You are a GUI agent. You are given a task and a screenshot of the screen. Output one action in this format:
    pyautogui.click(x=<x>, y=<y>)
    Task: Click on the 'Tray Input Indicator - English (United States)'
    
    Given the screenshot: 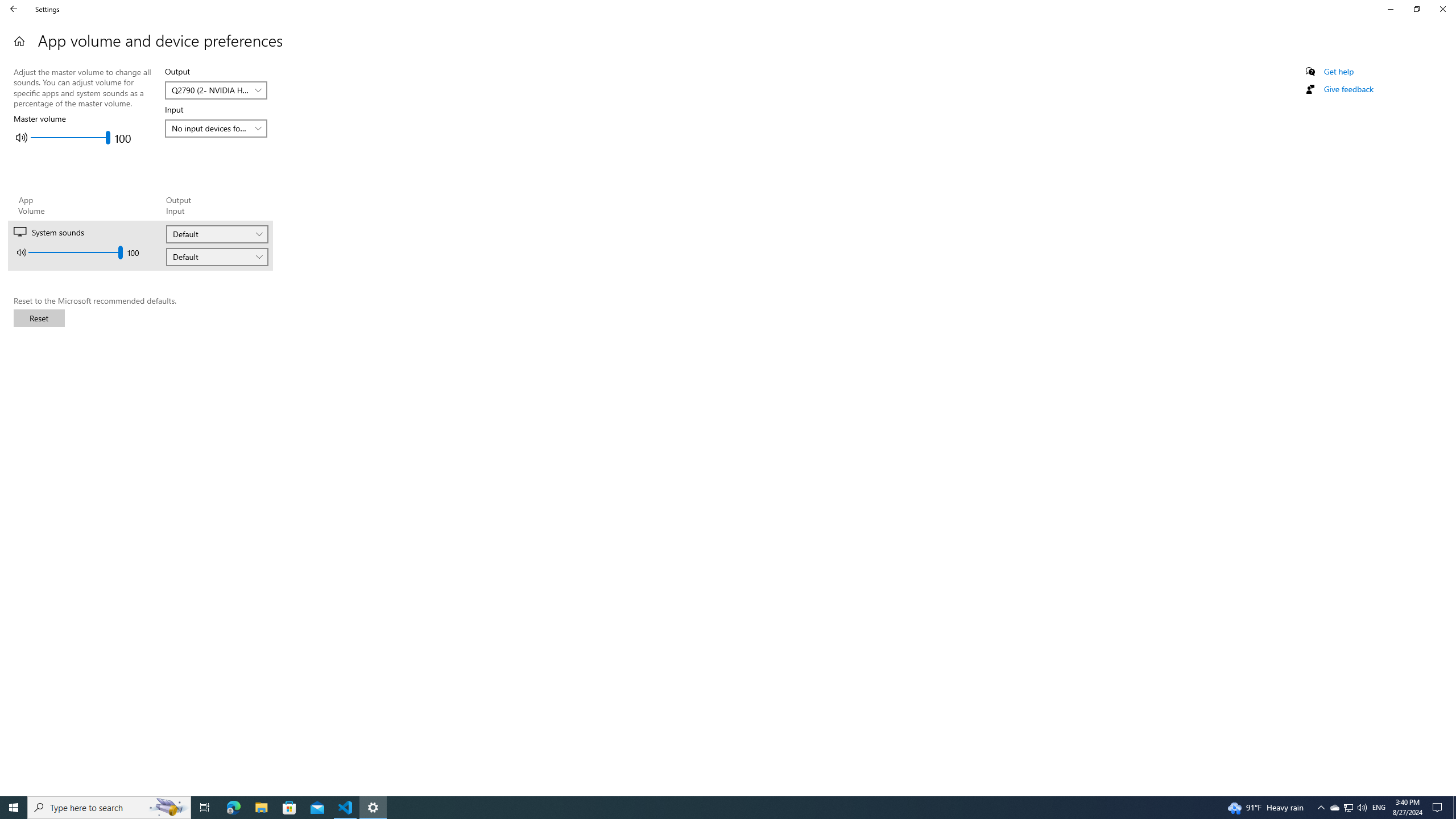 What is the action you would take?
    pyautogui.click(x=1379, y=806)
    